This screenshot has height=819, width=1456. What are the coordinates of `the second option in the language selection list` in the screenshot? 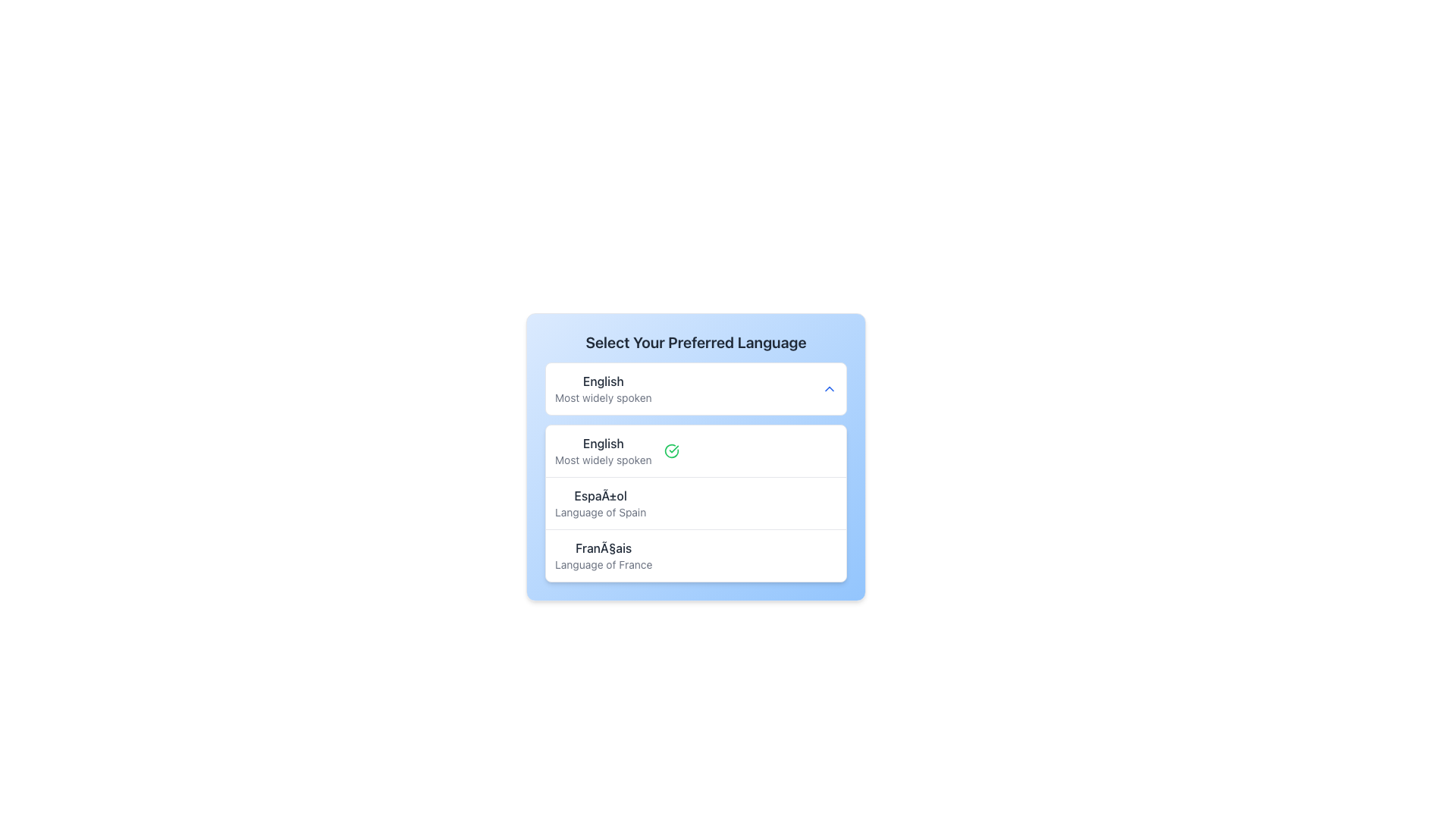 It's located at (695, 503).